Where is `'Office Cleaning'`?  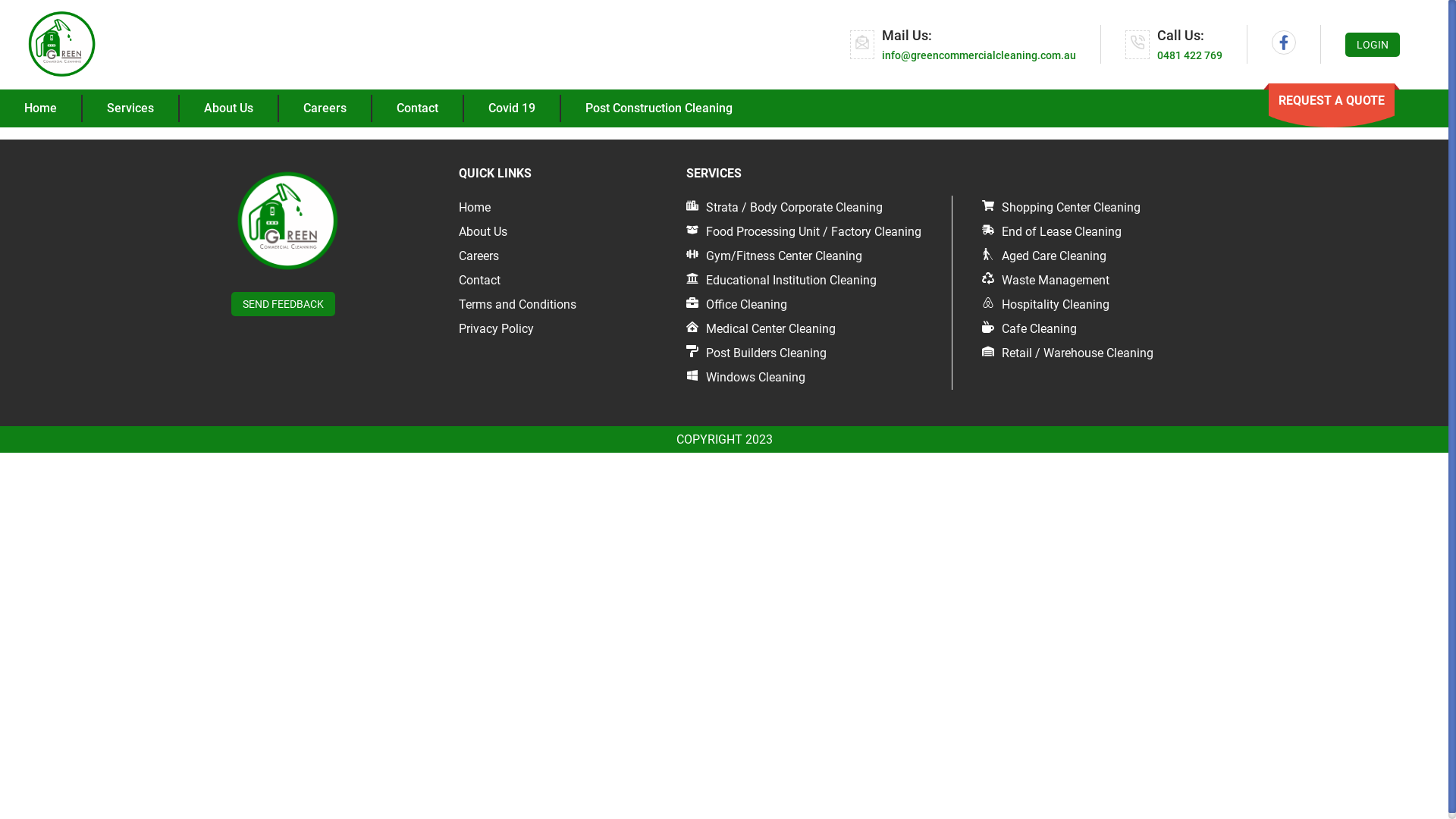
'Office Cleaning' is located at coordinates (736, 304).